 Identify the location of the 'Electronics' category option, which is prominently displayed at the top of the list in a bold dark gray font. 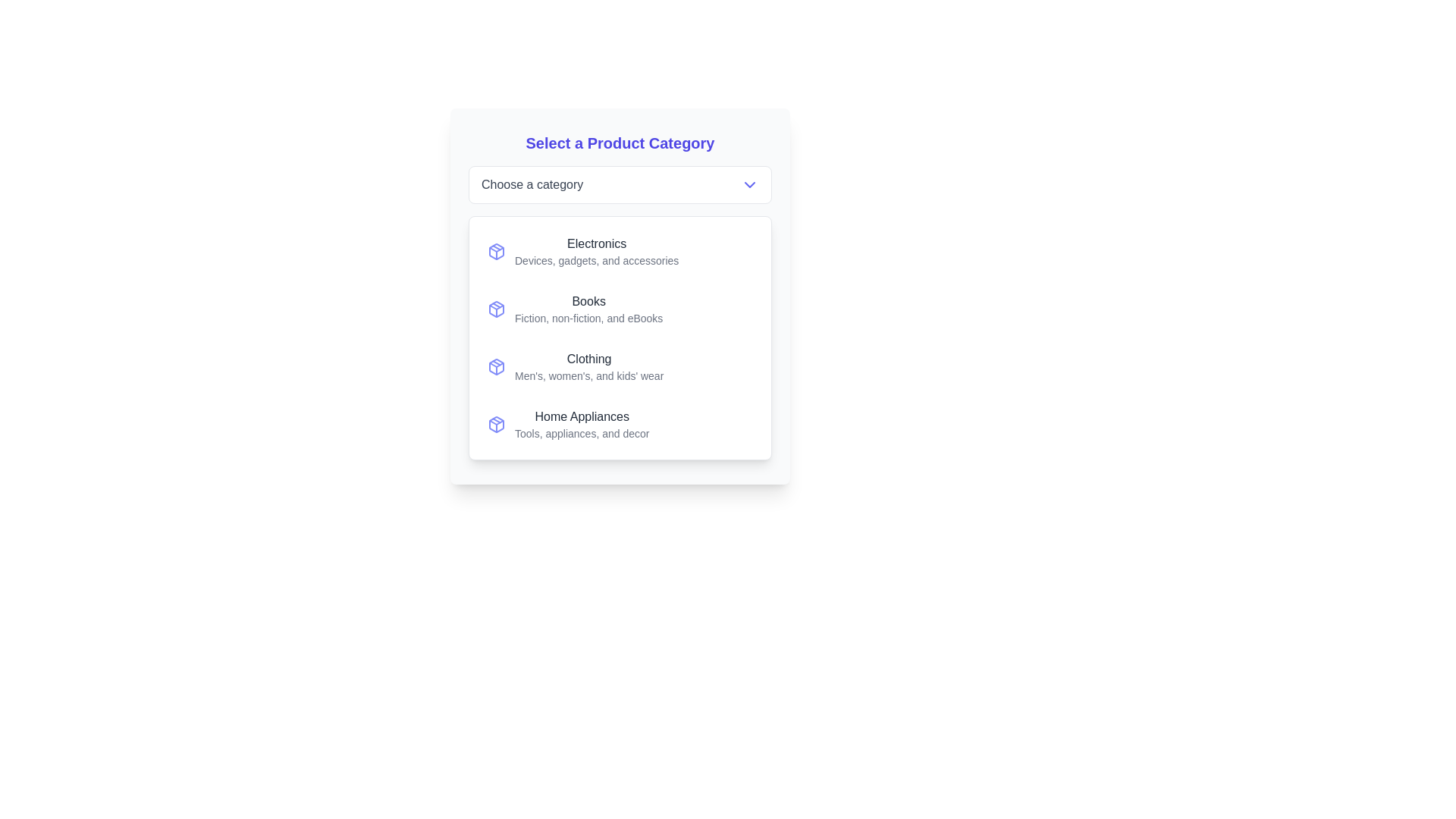
(596, 243).